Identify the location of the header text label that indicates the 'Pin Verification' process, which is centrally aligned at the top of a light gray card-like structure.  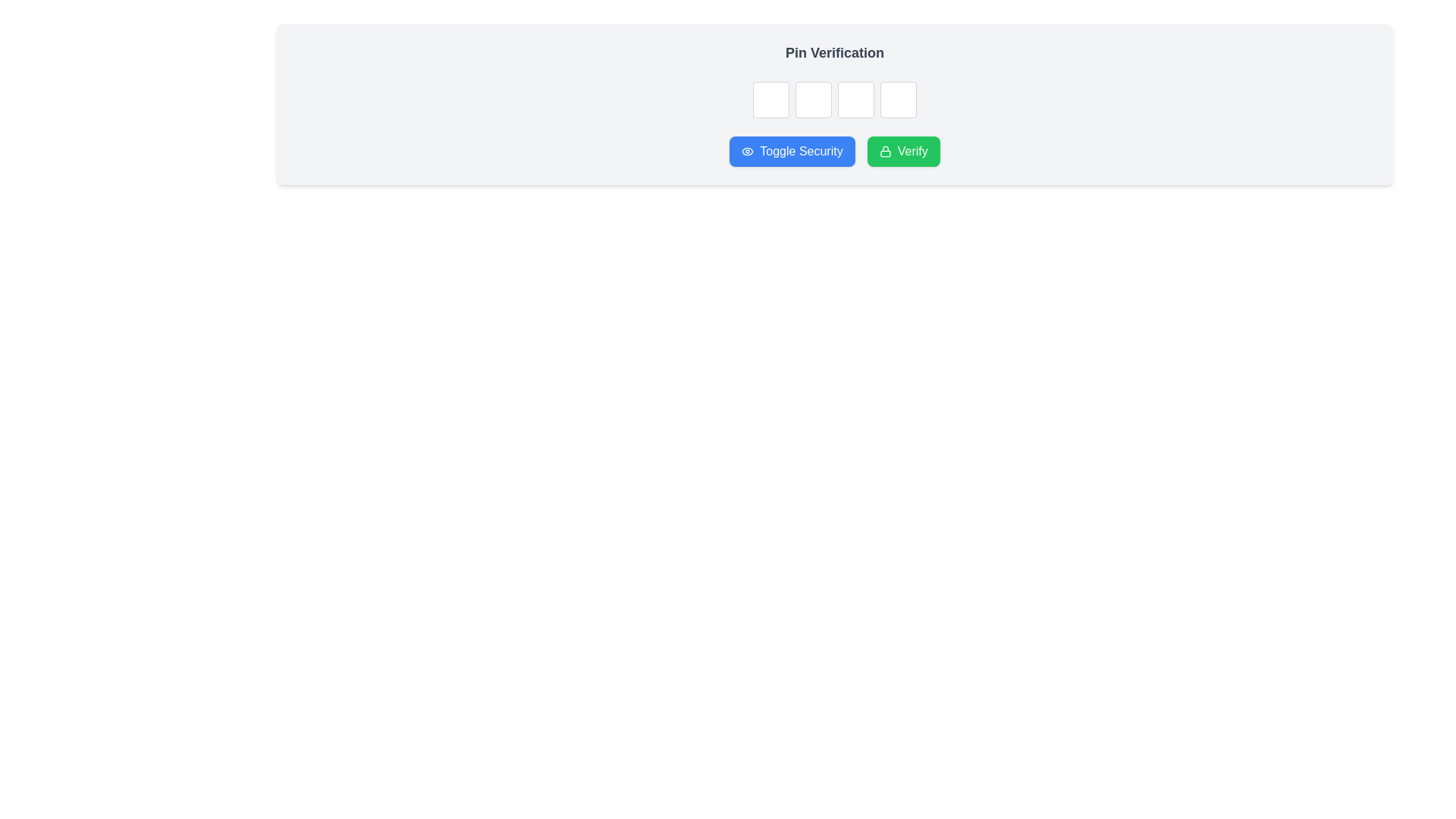
(833, 52).